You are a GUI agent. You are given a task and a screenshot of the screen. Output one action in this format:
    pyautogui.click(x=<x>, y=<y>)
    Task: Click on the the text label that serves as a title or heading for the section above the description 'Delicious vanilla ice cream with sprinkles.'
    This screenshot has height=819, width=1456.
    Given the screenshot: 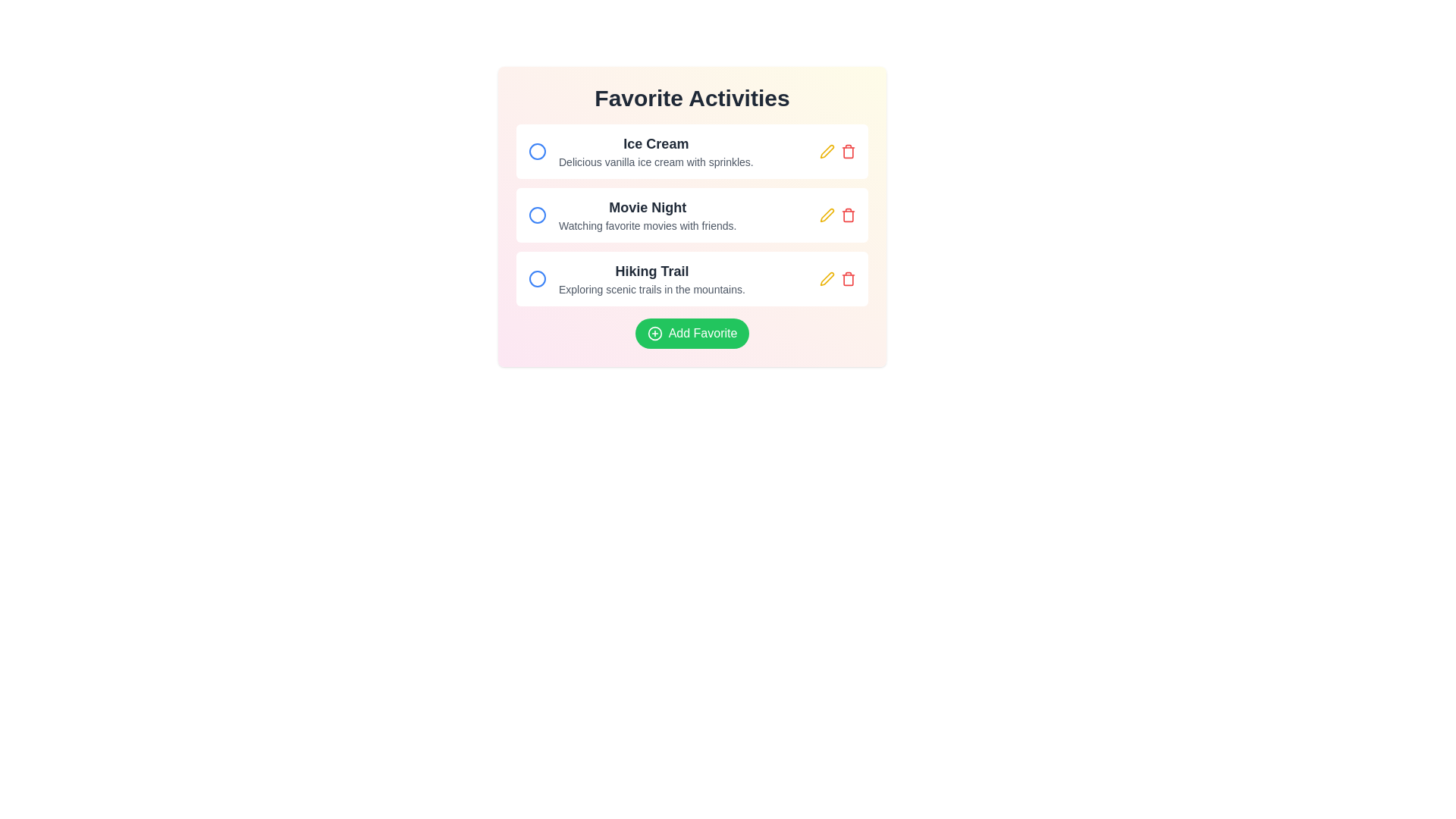 What is the action you would take?
    pyautogui.click(x=656, y=143)
    